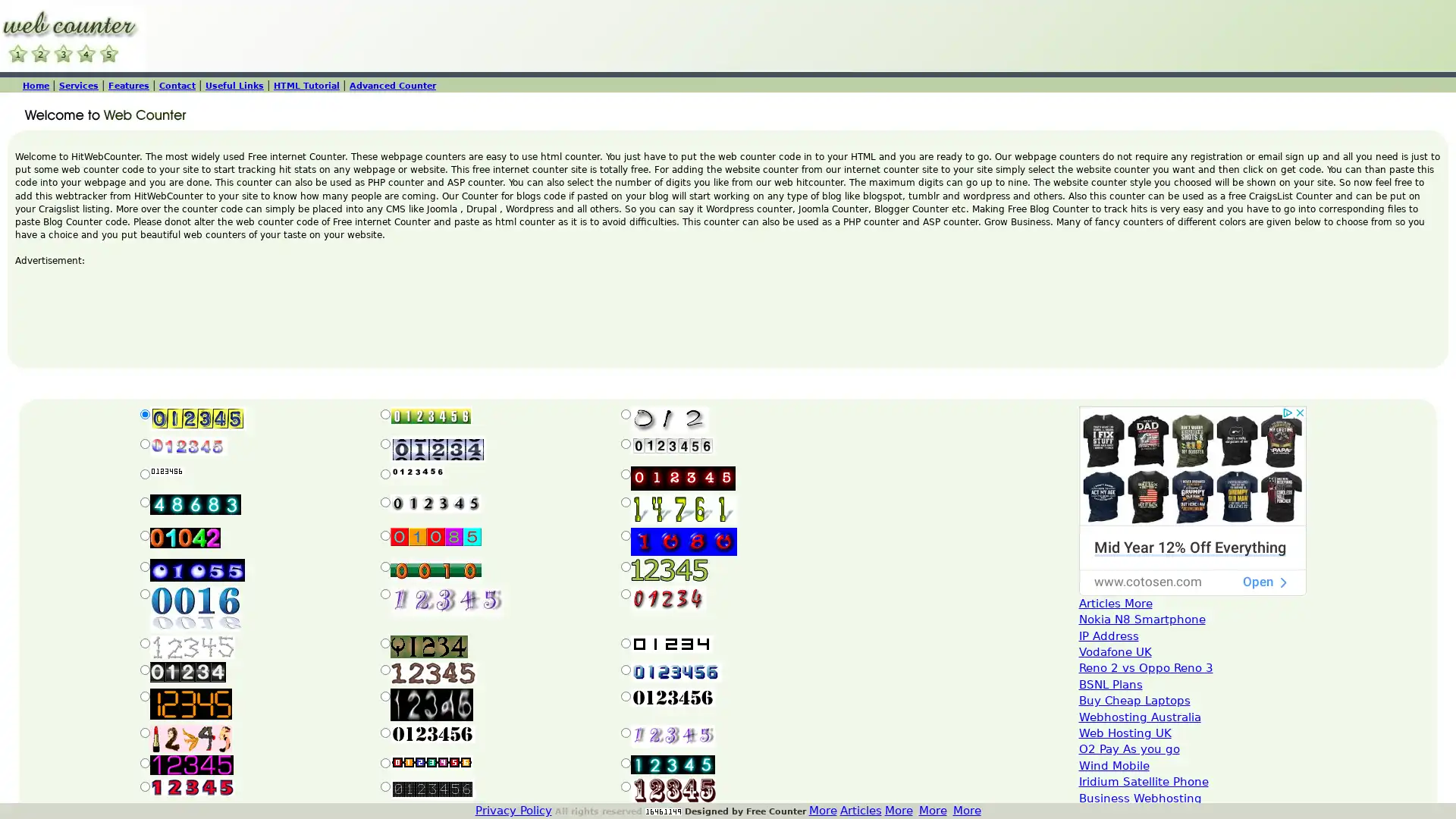 This screenshot has width=1456, height=819. I want to click on Submit, so click(668, 570).